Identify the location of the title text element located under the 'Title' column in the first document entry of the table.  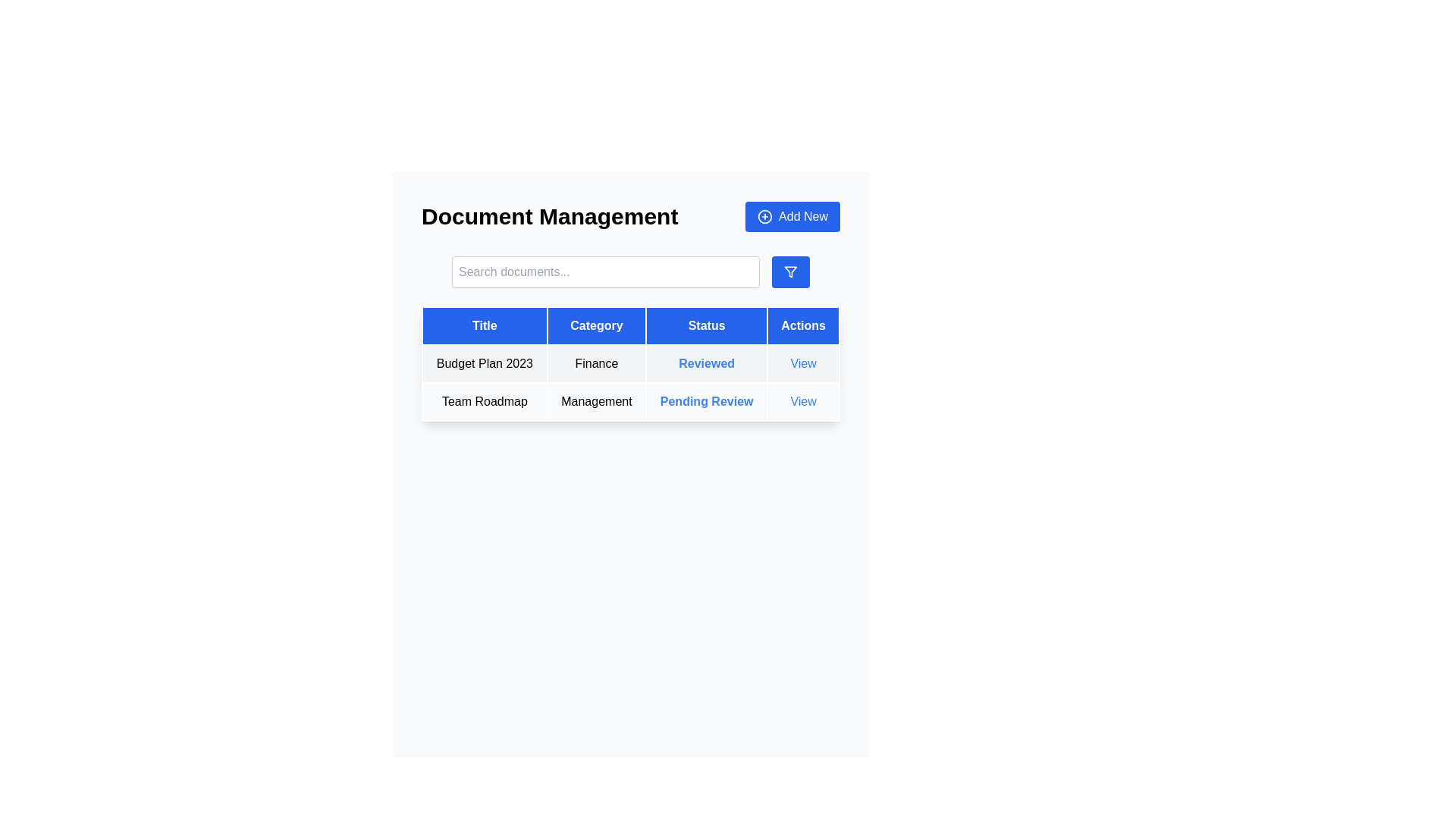
(484, 363).